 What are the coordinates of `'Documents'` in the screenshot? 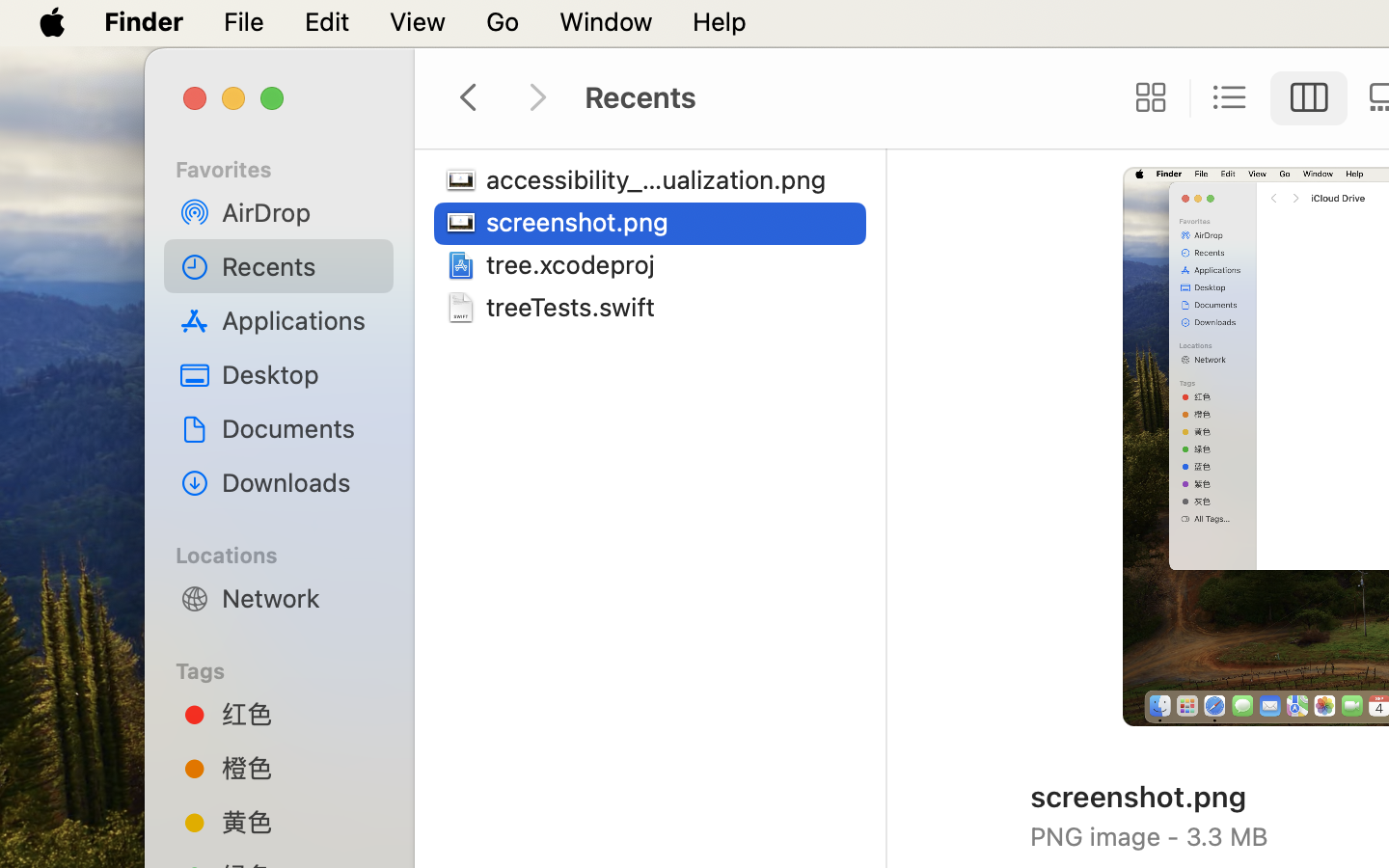 It's located at (300, 427).